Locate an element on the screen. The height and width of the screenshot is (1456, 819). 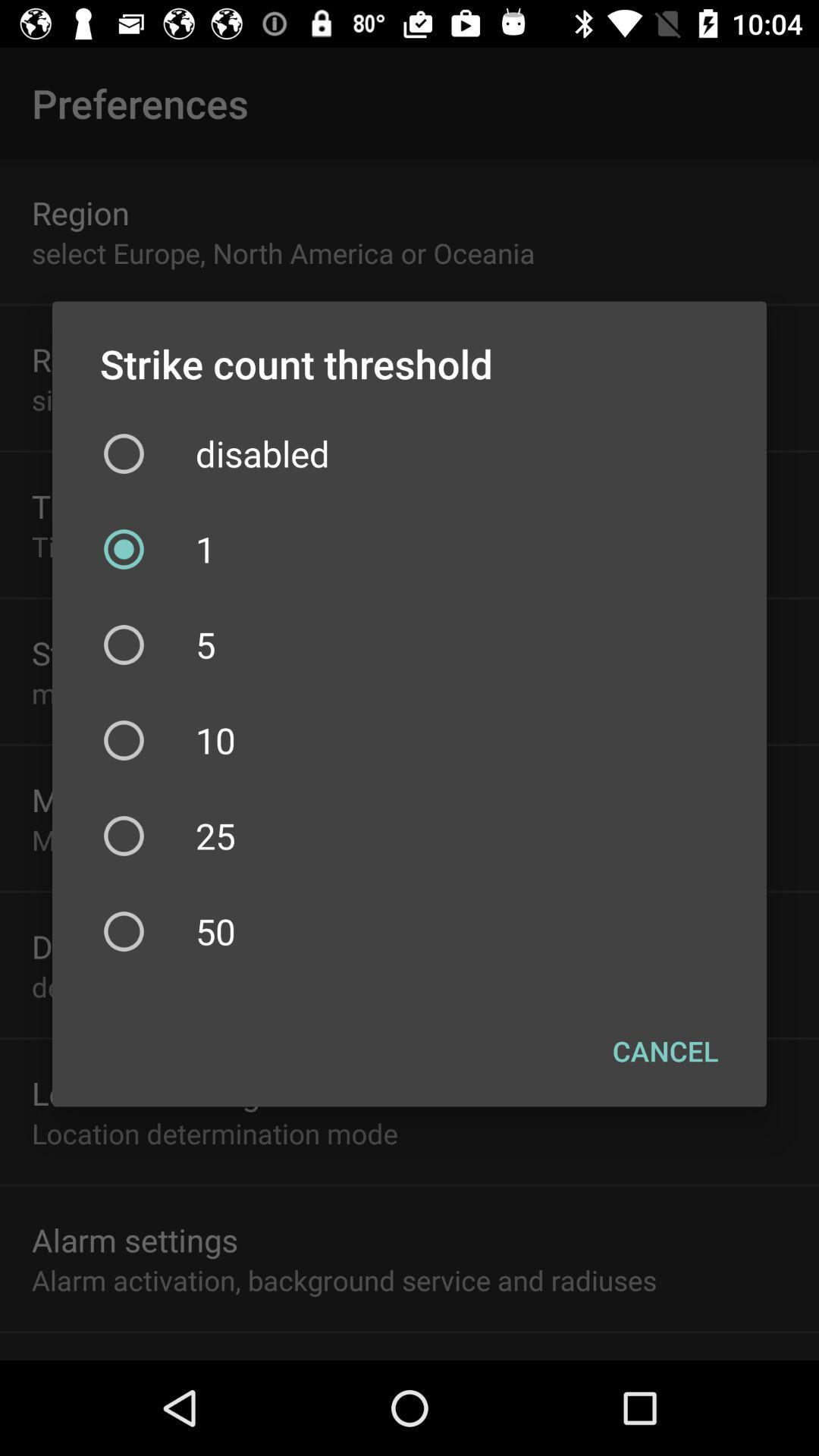
the cancel button is located at coordinates (664, 1050).